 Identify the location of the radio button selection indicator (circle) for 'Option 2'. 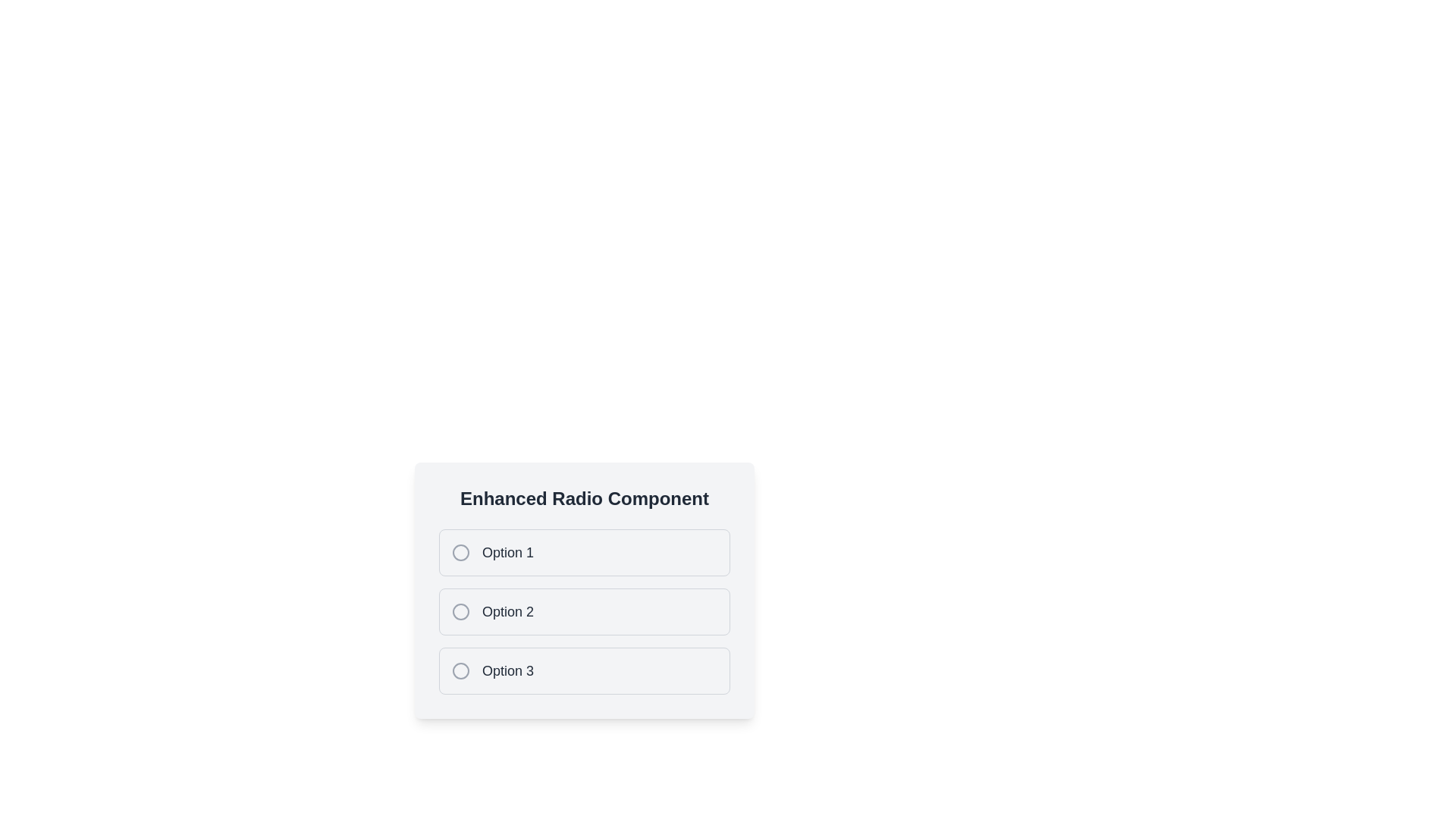
(460, 610).